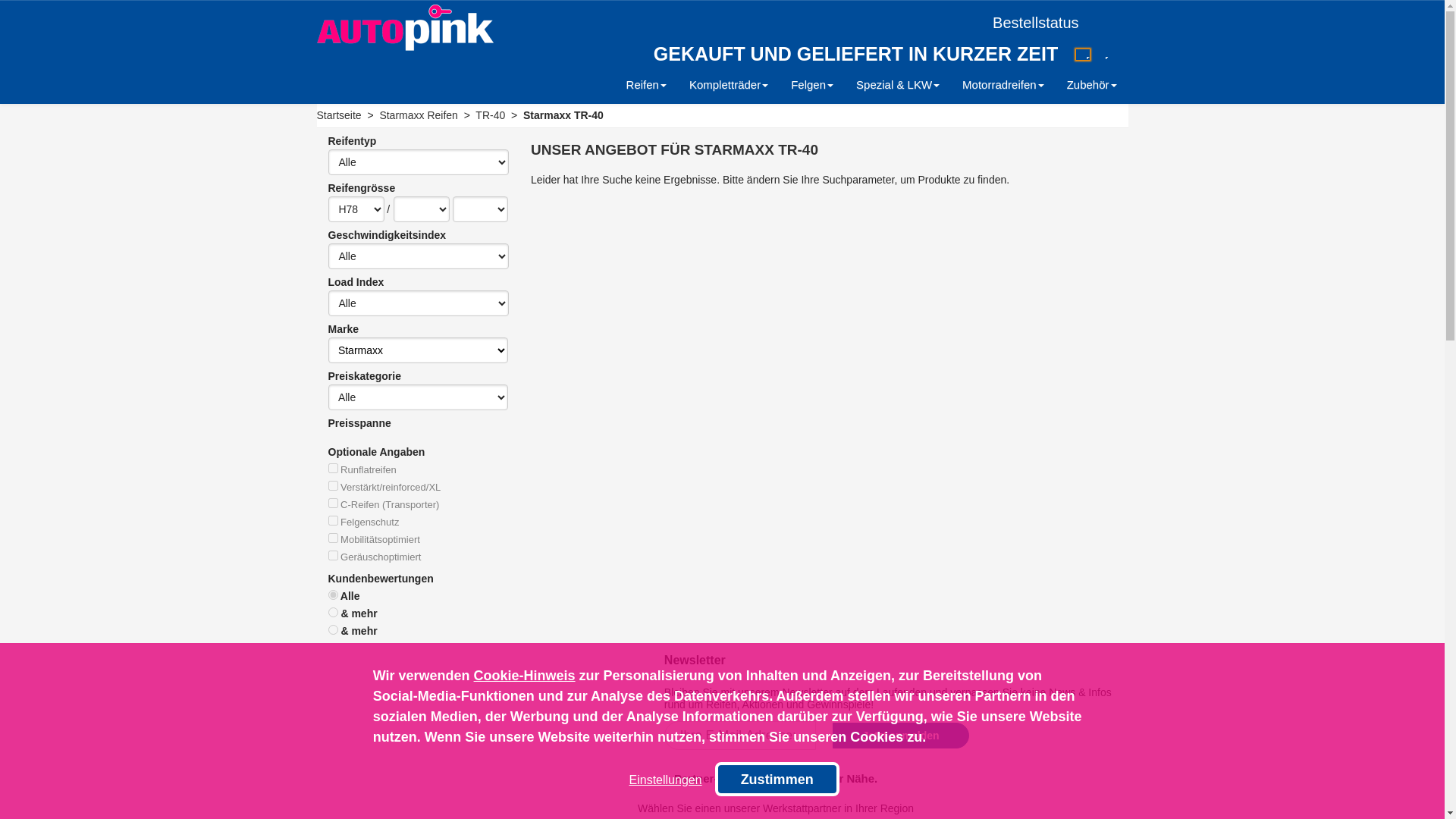 The image size is (1456, 819). What do you see at coordinates (811, 84) in the screenshot?
I see `'Felgen'` at bounding box center [811, 84].